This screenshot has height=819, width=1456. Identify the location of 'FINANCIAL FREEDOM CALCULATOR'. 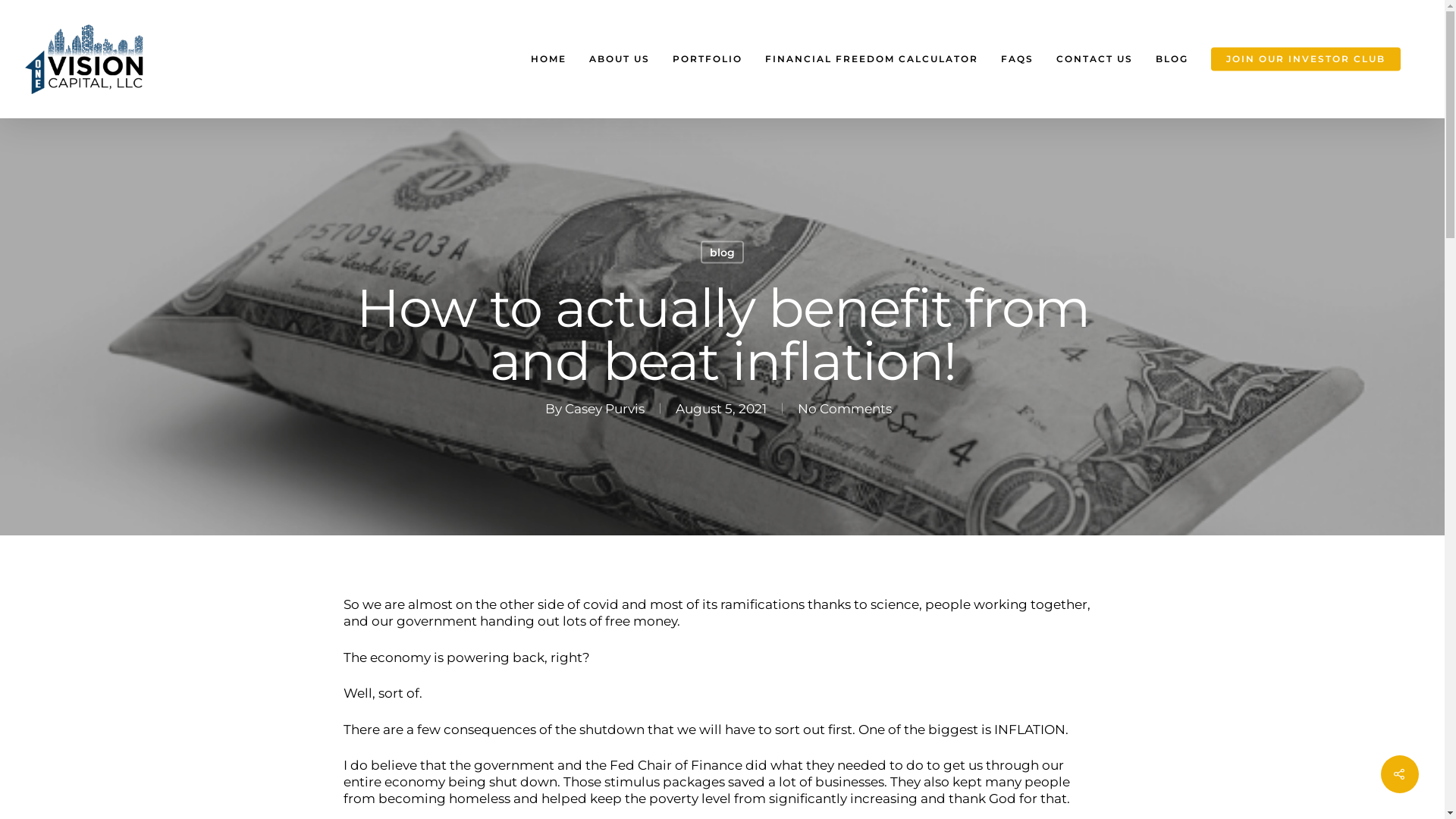
(753, 58).